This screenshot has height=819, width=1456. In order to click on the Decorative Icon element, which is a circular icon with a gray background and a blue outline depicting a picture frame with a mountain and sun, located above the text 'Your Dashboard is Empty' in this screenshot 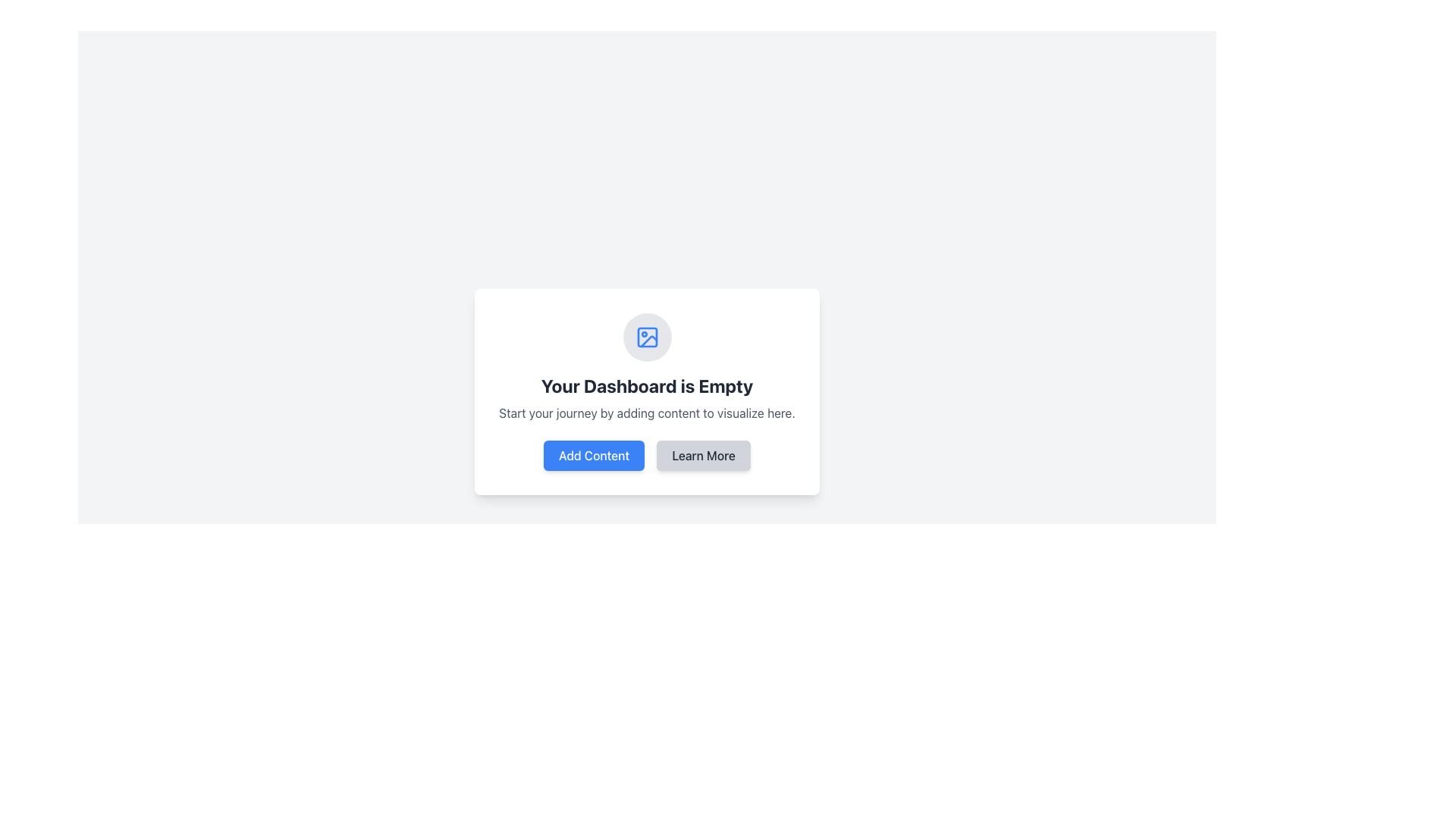, I will do `click(647, 336)`.